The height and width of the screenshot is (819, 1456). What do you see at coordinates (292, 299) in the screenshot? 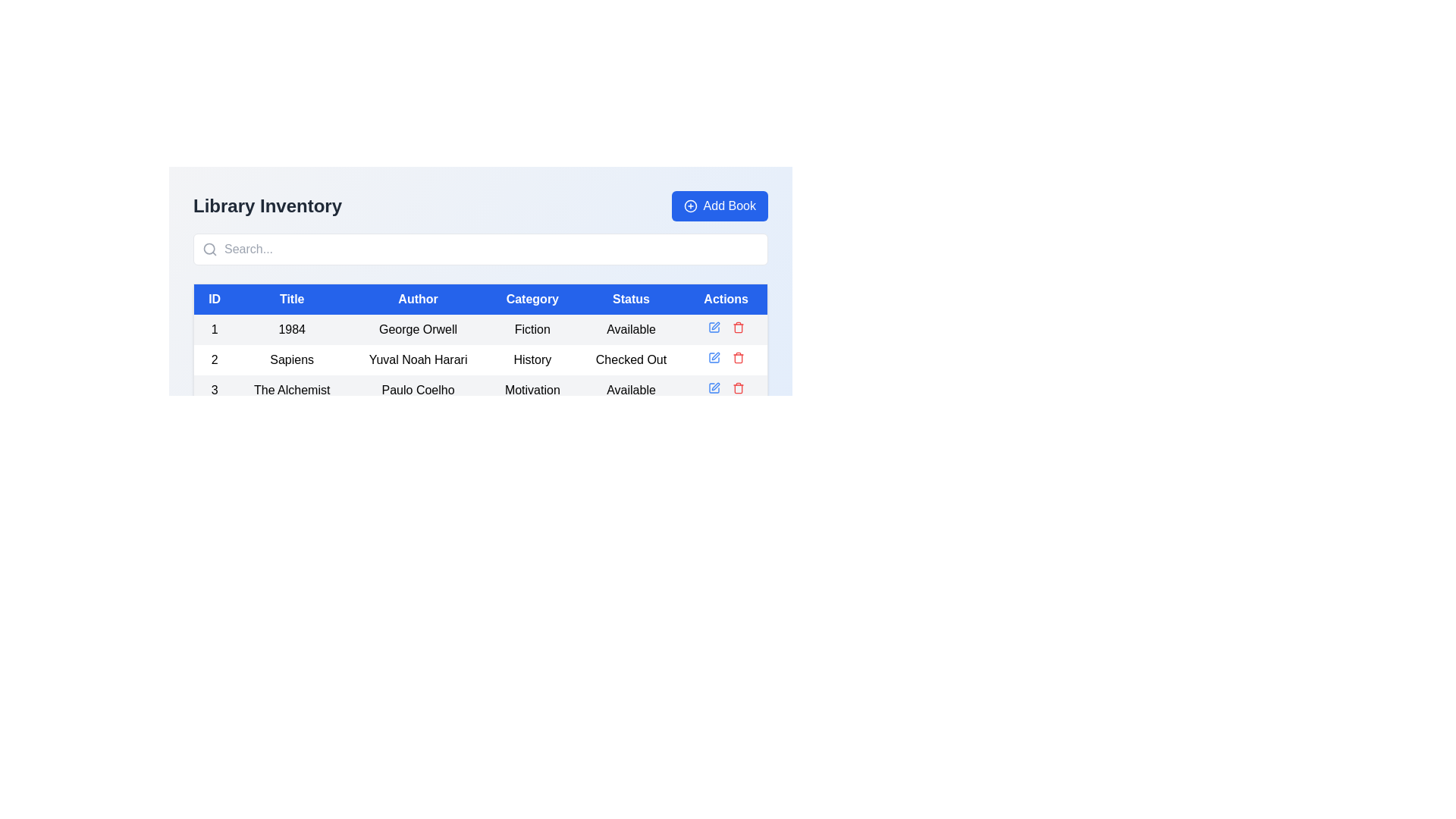
I see `the Table Header Cell labeled 'Title', which is the second column header in a table with a blue background and white text, positioned between 'ID' and 'Author'` at bounding box center [292, 299].